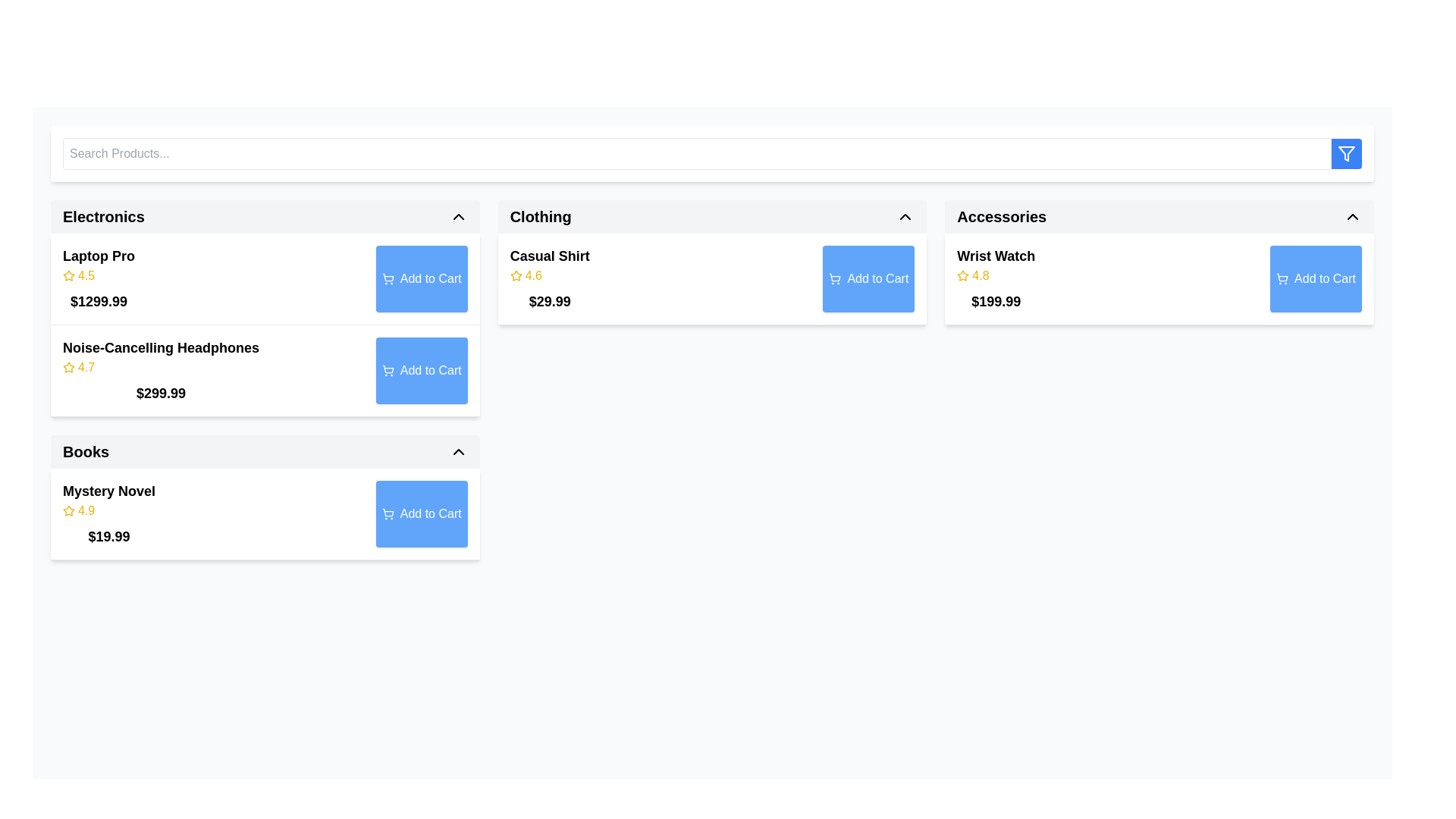 This screenshot has height=819, width=1456. What do you see at coordinates (388, 278) in the screenshot?
I see `the icon that signifies adding a product to the shopping cart, located within the 'Add to Cart' button for 'Laptop Pro' in the 'Electronics' category` at bounding box center [388, 278].